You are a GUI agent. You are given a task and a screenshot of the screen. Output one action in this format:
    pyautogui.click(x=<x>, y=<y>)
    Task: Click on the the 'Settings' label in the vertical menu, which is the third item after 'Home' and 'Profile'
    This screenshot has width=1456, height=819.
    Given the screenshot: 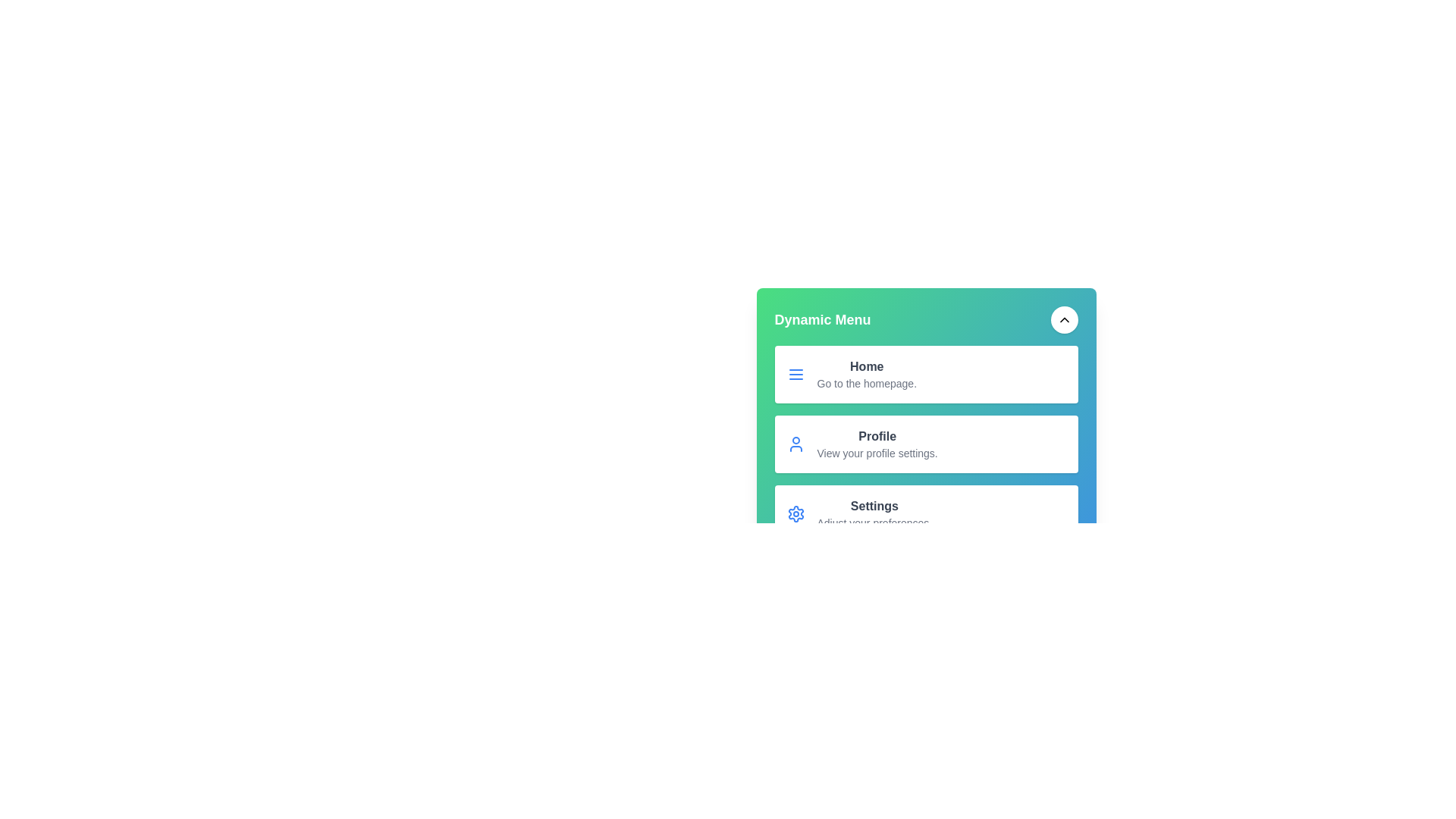 What is the action you would take?
    pyautogui.click(x=874, y=506)
    